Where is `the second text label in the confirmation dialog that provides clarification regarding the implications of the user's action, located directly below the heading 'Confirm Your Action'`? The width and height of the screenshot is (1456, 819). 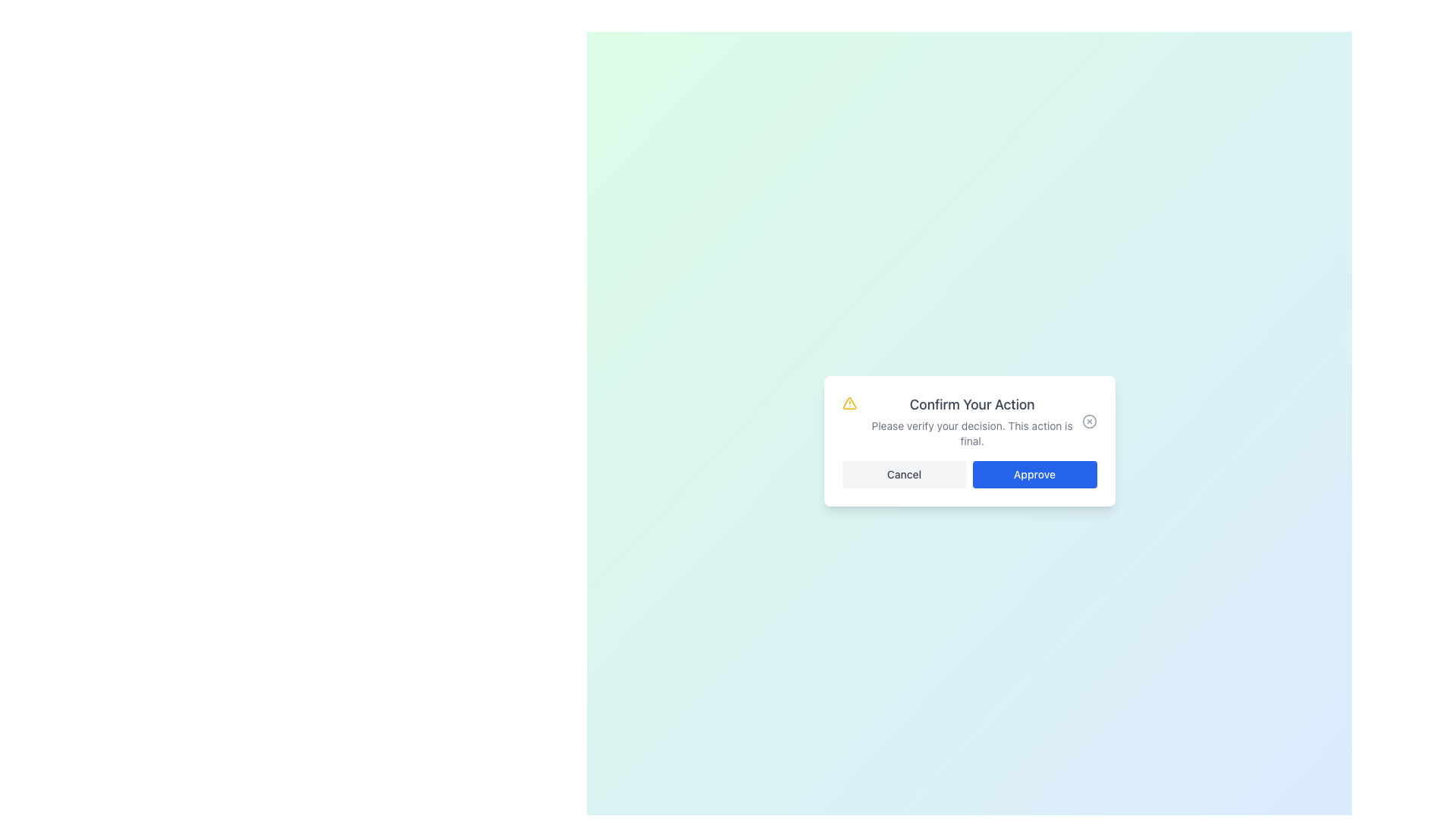
the second text label in the confirmation dialog that provides clarification regarding the implications of the user's action, located directly below the heading 'Confirm Your Action' is located at coordinates (972, 433).